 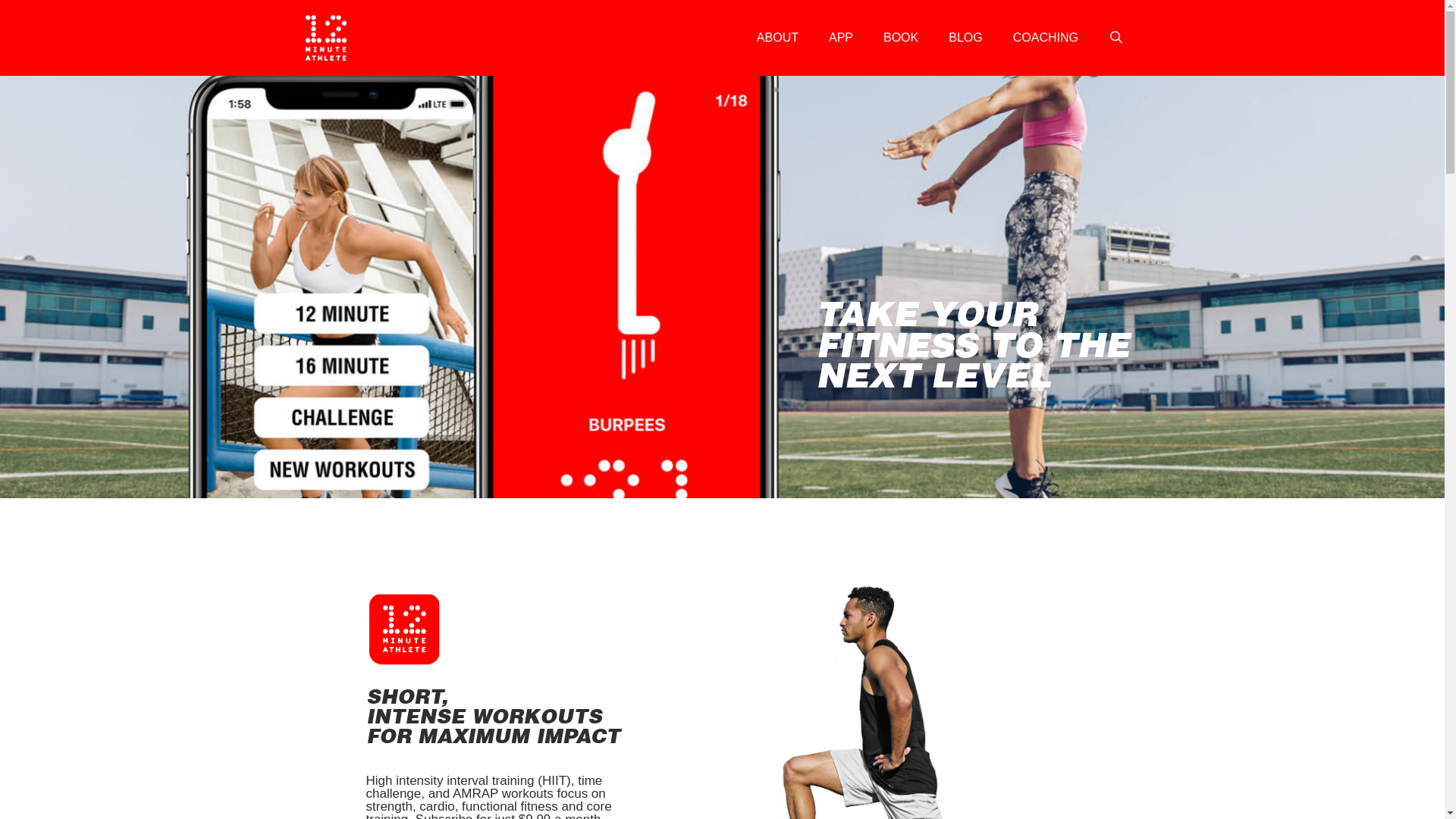 I want to click on '12 Minute Athlete', so click(x=325, y=37).